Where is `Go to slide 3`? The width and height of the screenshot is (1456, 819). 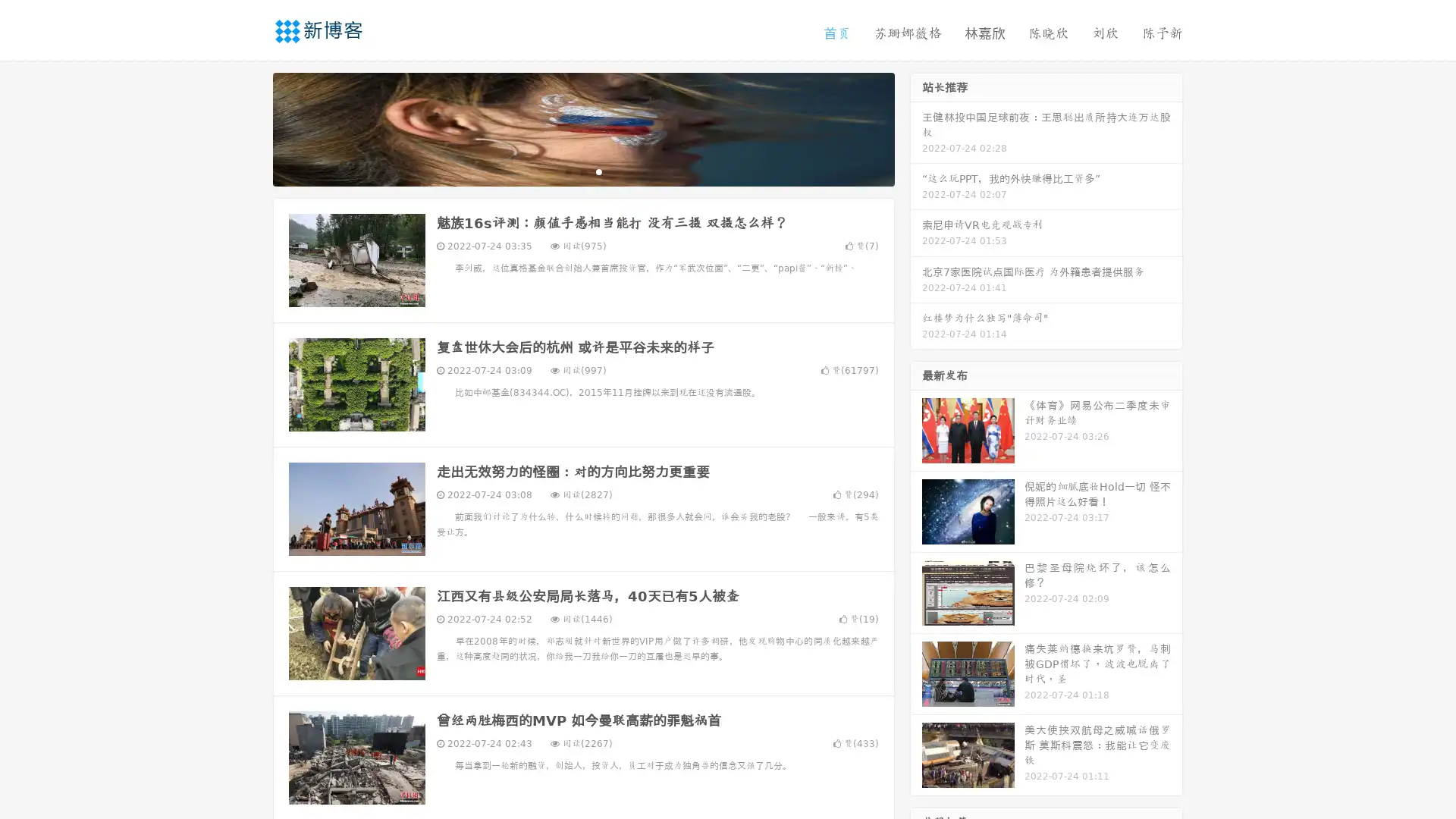
Go to slide 3 is located at coordinates (598, 171).